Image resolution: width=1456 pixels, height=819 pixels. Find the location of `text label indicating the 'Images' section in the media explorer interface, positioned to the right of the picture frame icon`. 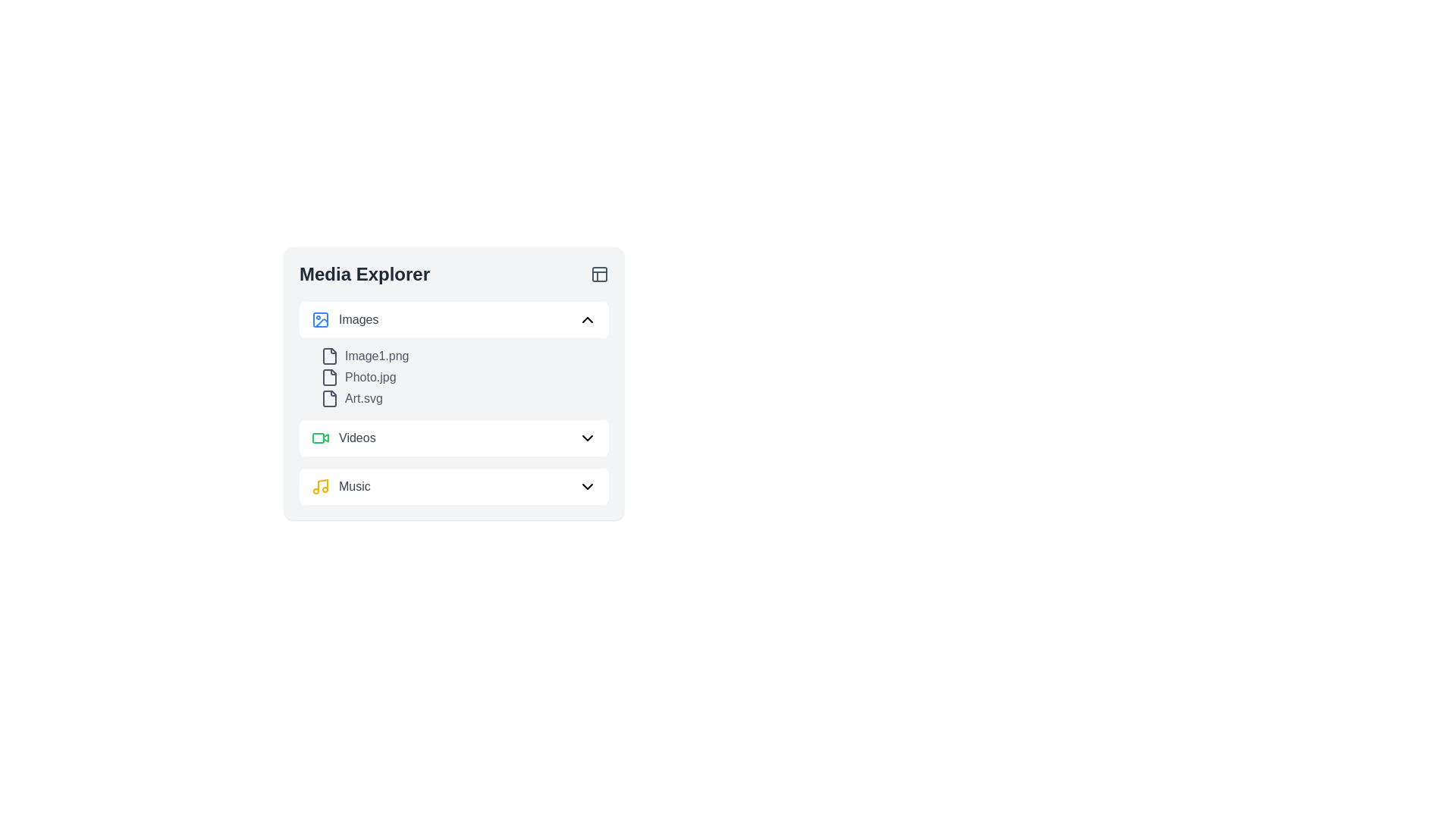

text label indicating the 'Images' section in the media explorer interface, positioned to the right of the picture frame icon is located at coordinates (358, 318).